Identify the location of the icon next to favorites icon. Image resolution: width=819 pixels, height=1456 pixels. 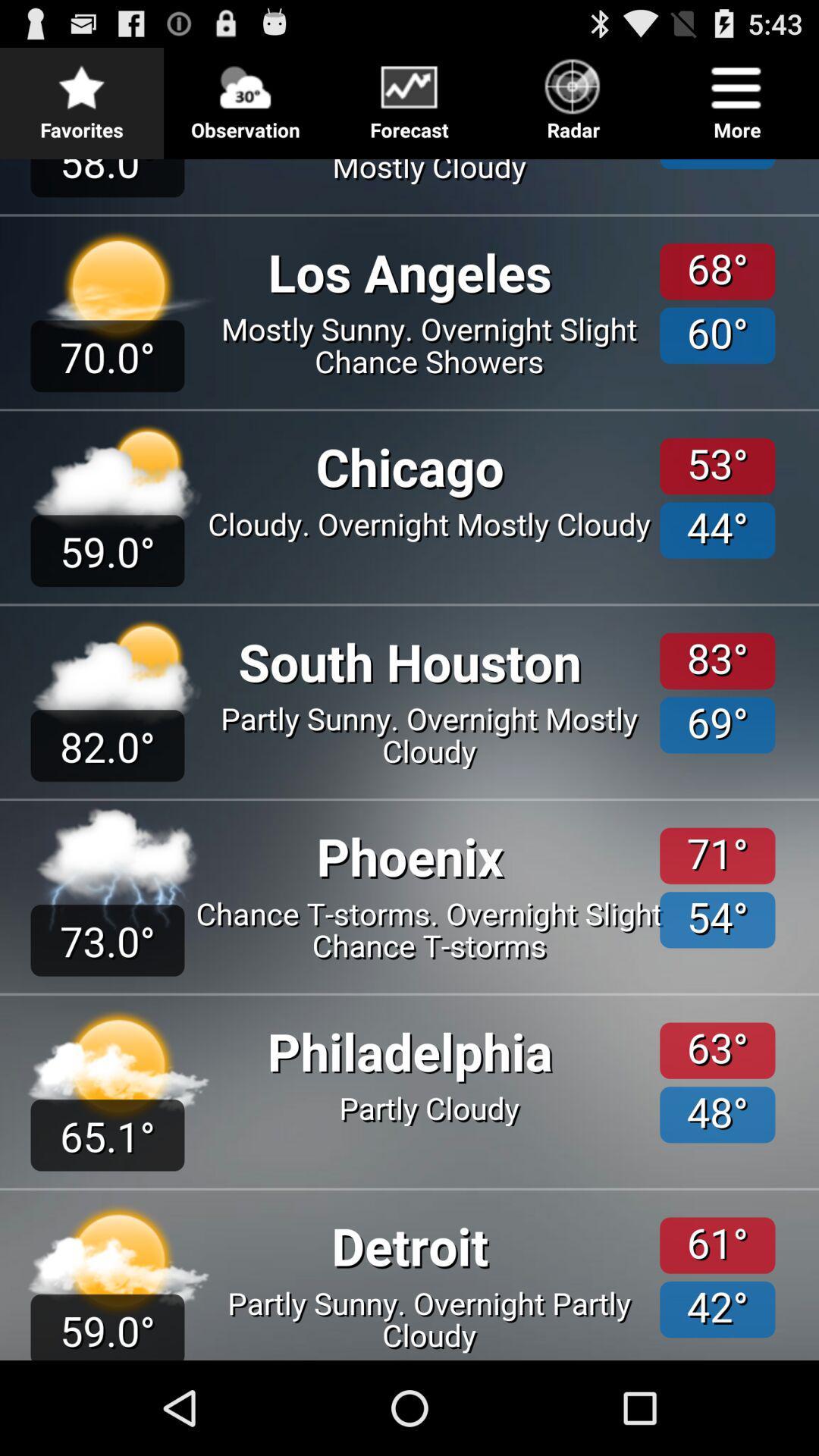
(245, 94).